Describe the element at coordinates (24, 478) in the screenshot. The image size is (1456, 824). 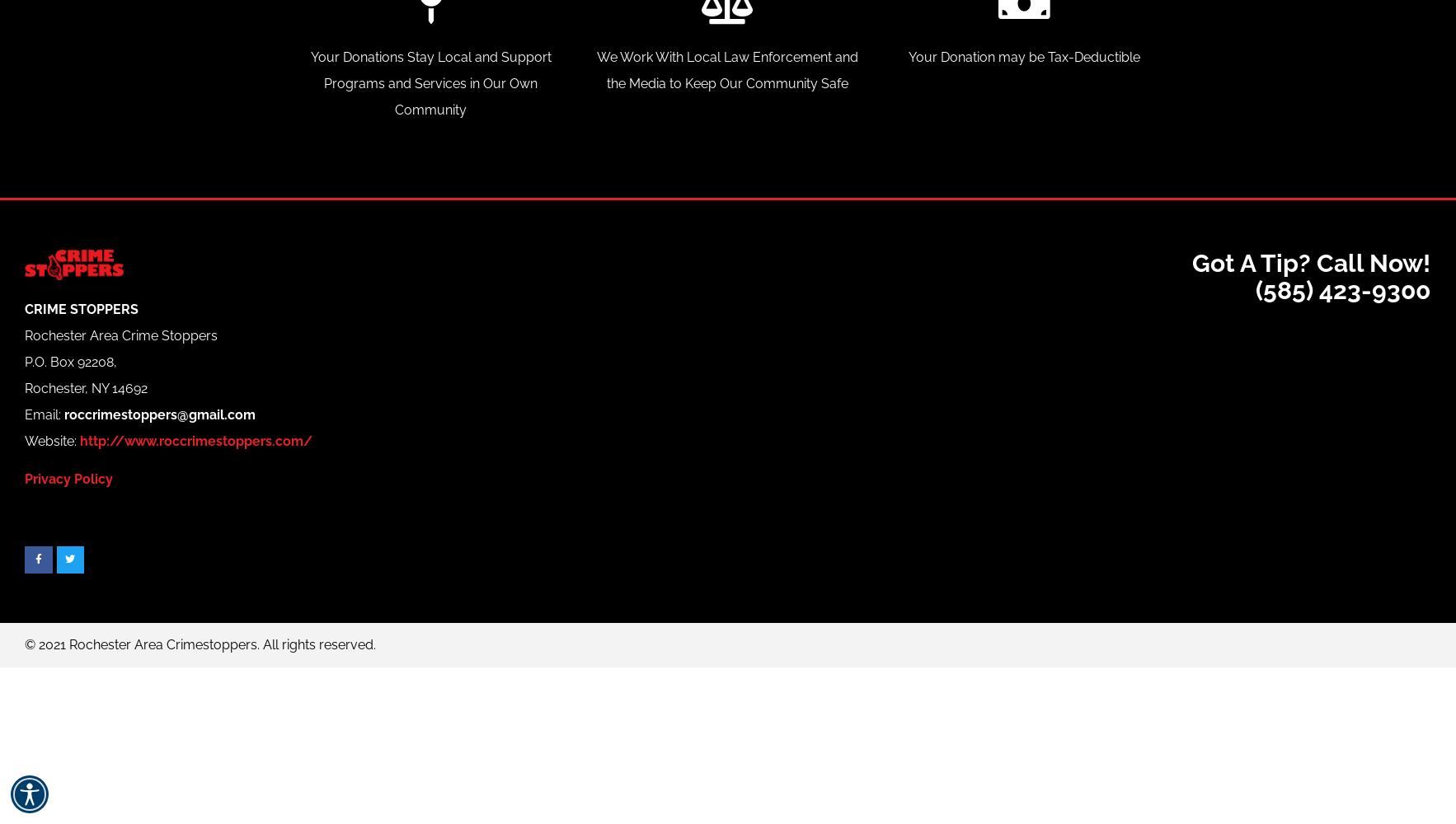
I see `'Privacy Policy'` at that location.